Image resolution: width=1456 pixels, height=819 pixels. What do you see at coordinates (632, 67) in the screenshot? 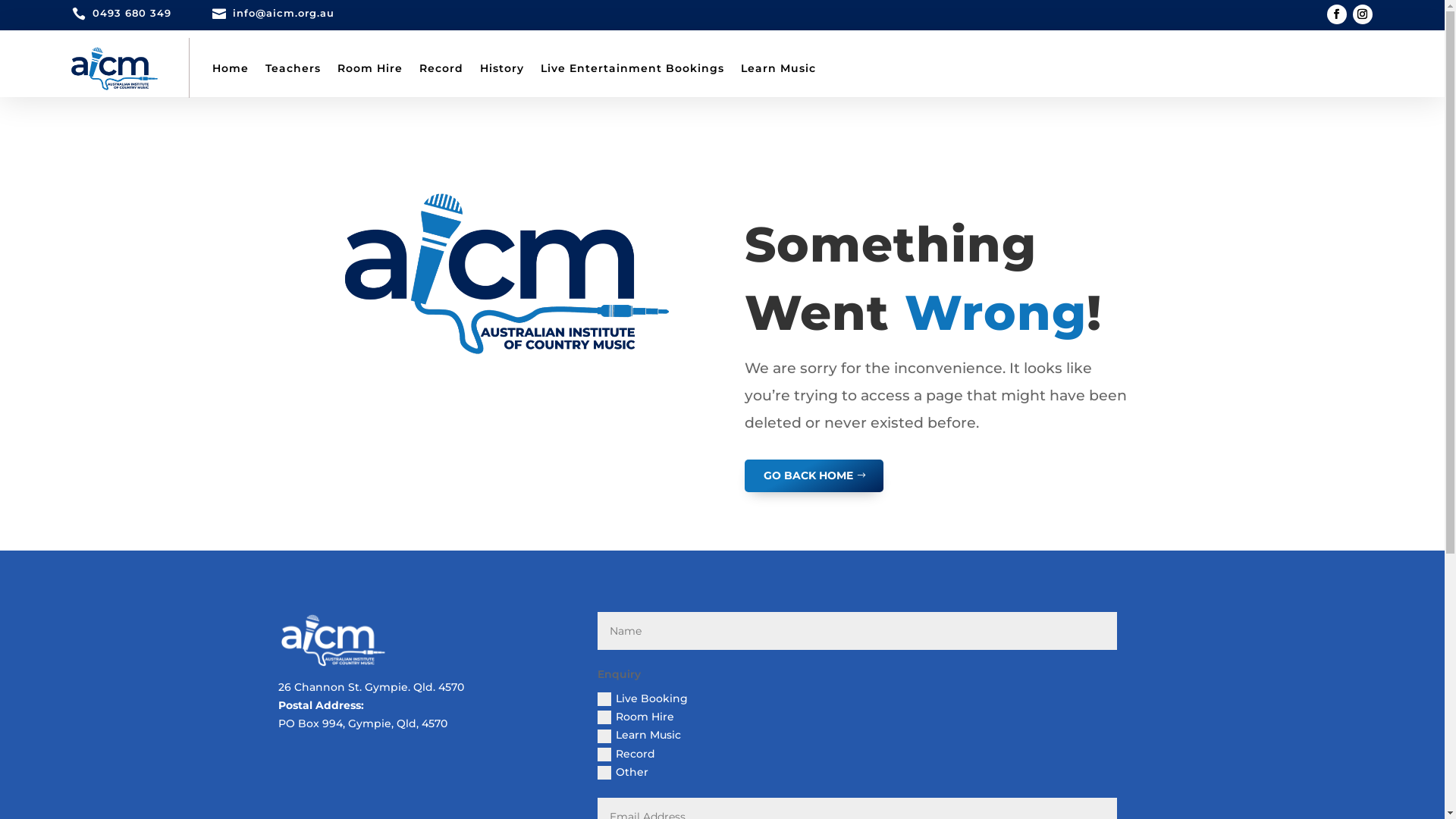
I see `'Live Entertainment Bookings'` at bounding box center [632, 67].